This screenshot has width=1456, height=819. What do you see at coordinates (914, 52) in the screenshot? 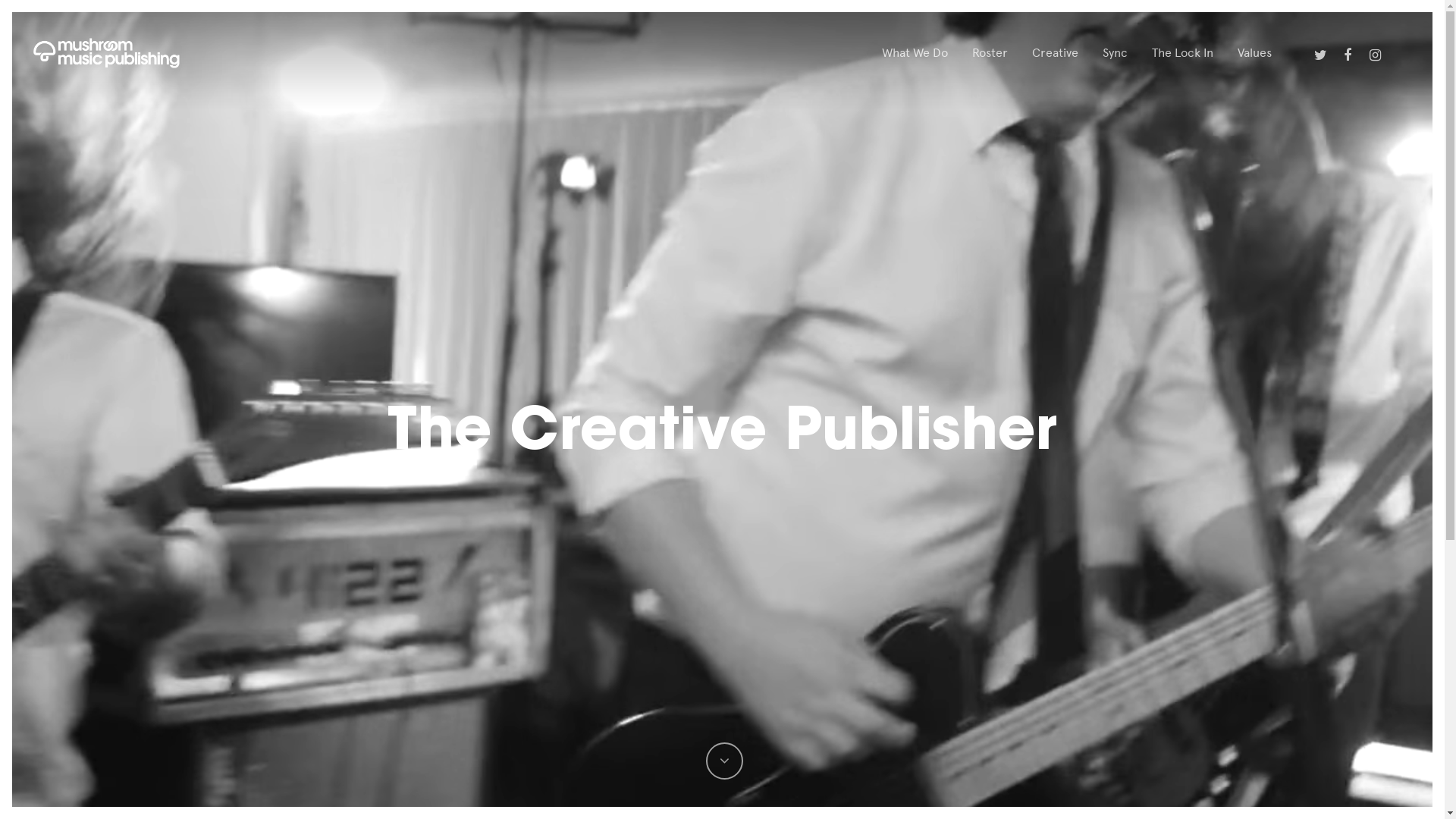
I see `'What We Do'` at bounding box center [914, 52].